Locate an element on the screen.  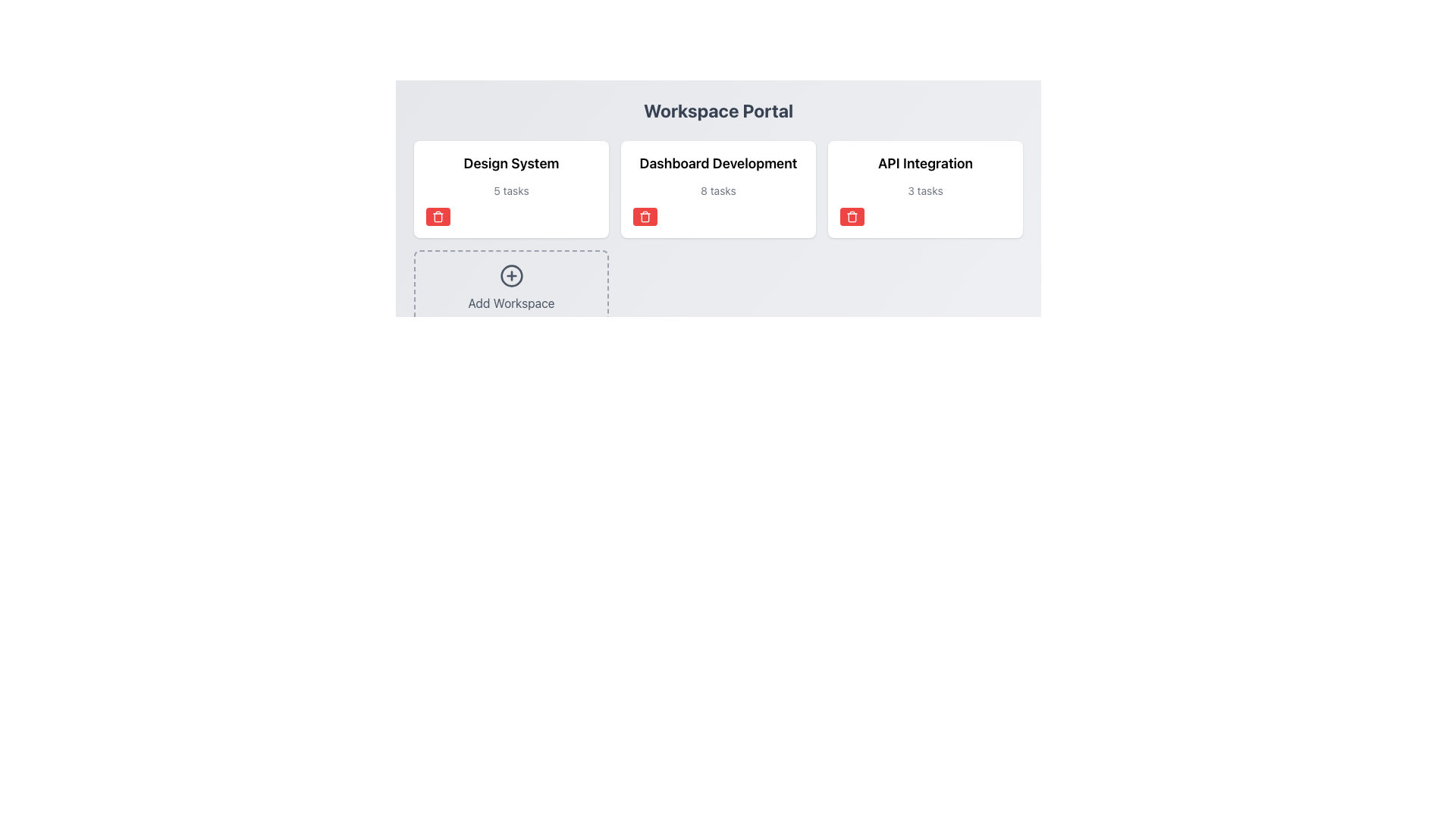
the deletion button located in the bottom-left corner of the 'Dashboard Development' panel is located at coordinates (645, 216).